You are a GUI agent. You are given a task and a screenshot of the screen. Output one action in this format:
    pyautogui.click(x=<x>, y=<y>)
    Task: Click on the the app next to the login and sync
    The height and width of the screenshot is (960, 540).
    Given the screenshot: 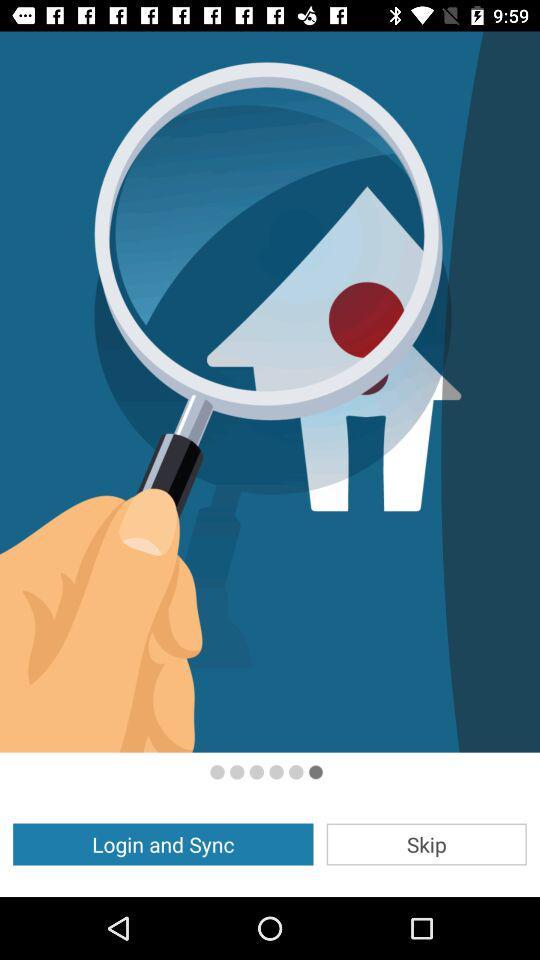 What is the action you would take?
    pyautogui.click(x=425, y=843)
    